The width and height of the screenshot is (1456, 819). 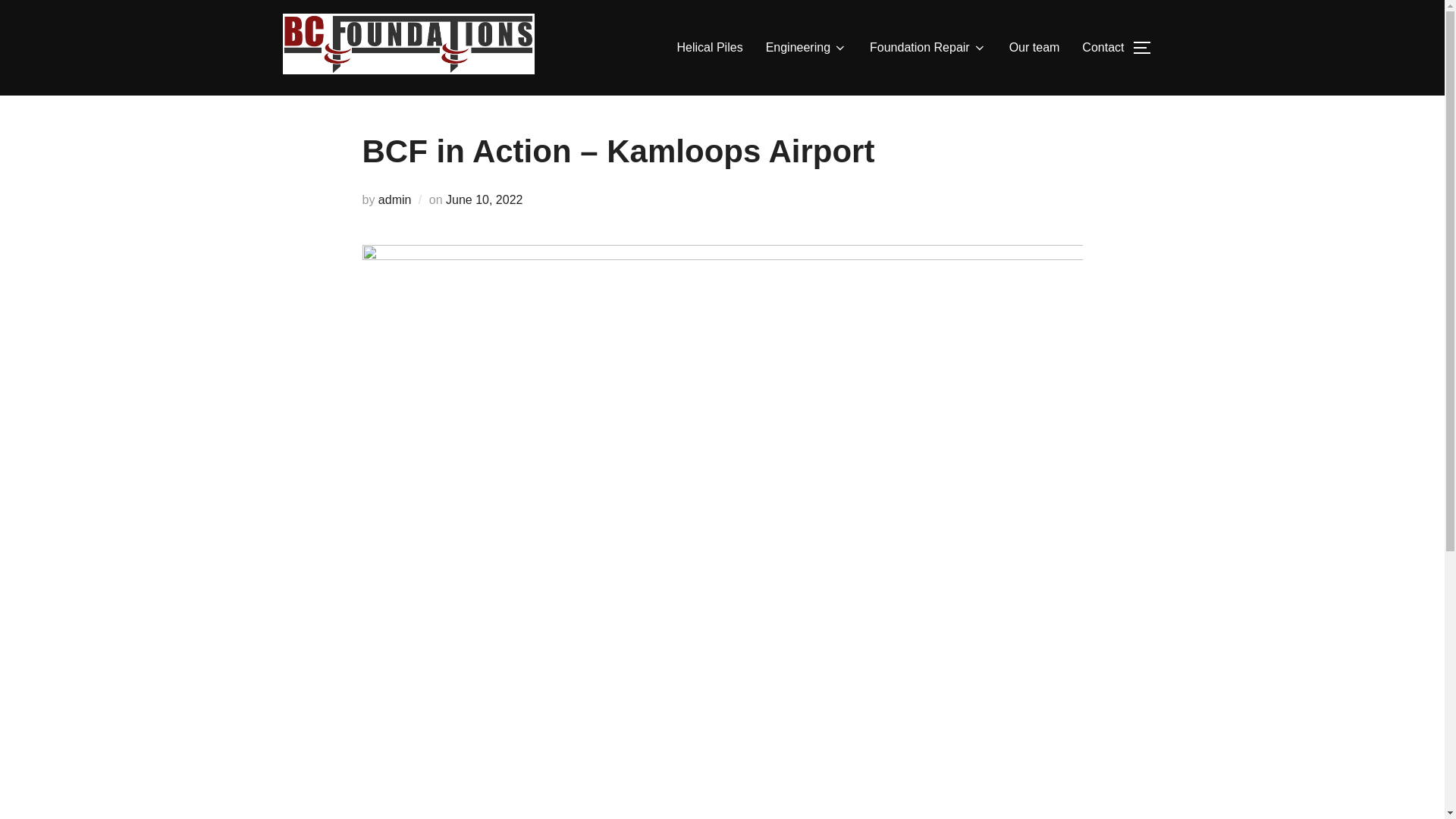 What do you see at coordinates (378, 199) in the screenshot?
I see `'admin'` at bounding box center [378, 199].